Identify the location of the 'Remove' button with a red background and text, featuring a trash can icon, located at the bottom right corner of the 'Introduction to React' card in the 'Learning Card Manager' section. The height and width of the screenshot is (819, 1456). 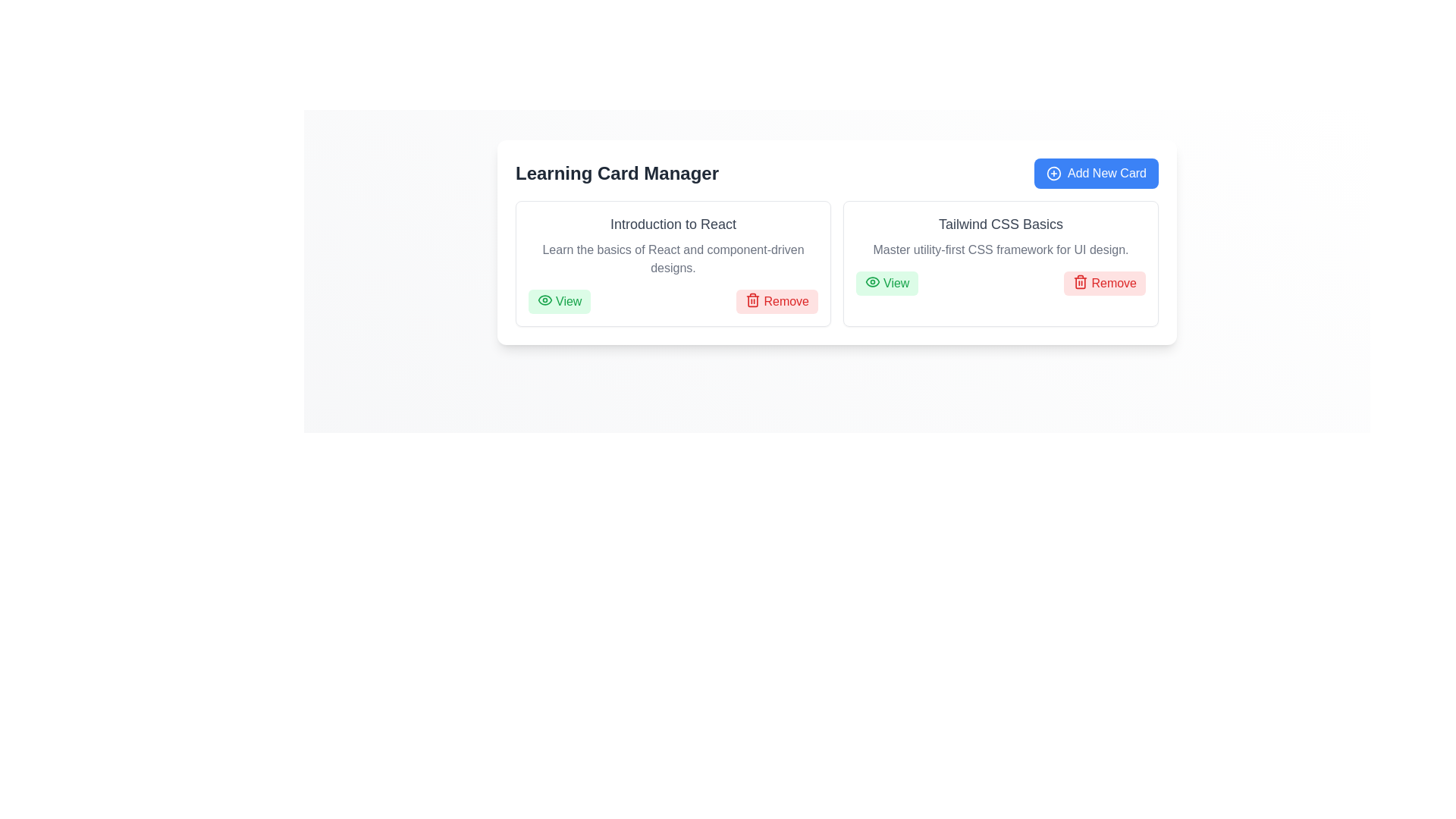
(777, 301).